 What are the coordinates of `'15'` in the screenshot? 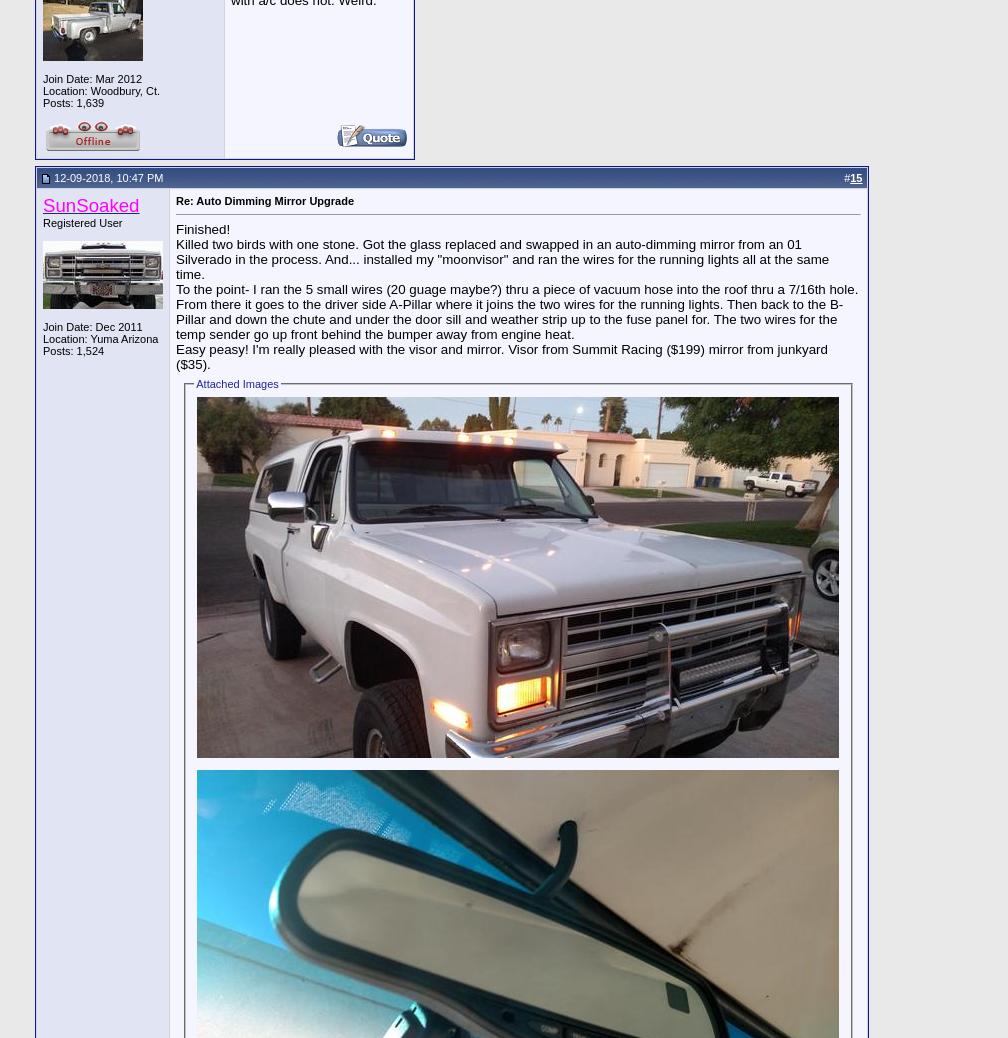 It's located at (855, 177).